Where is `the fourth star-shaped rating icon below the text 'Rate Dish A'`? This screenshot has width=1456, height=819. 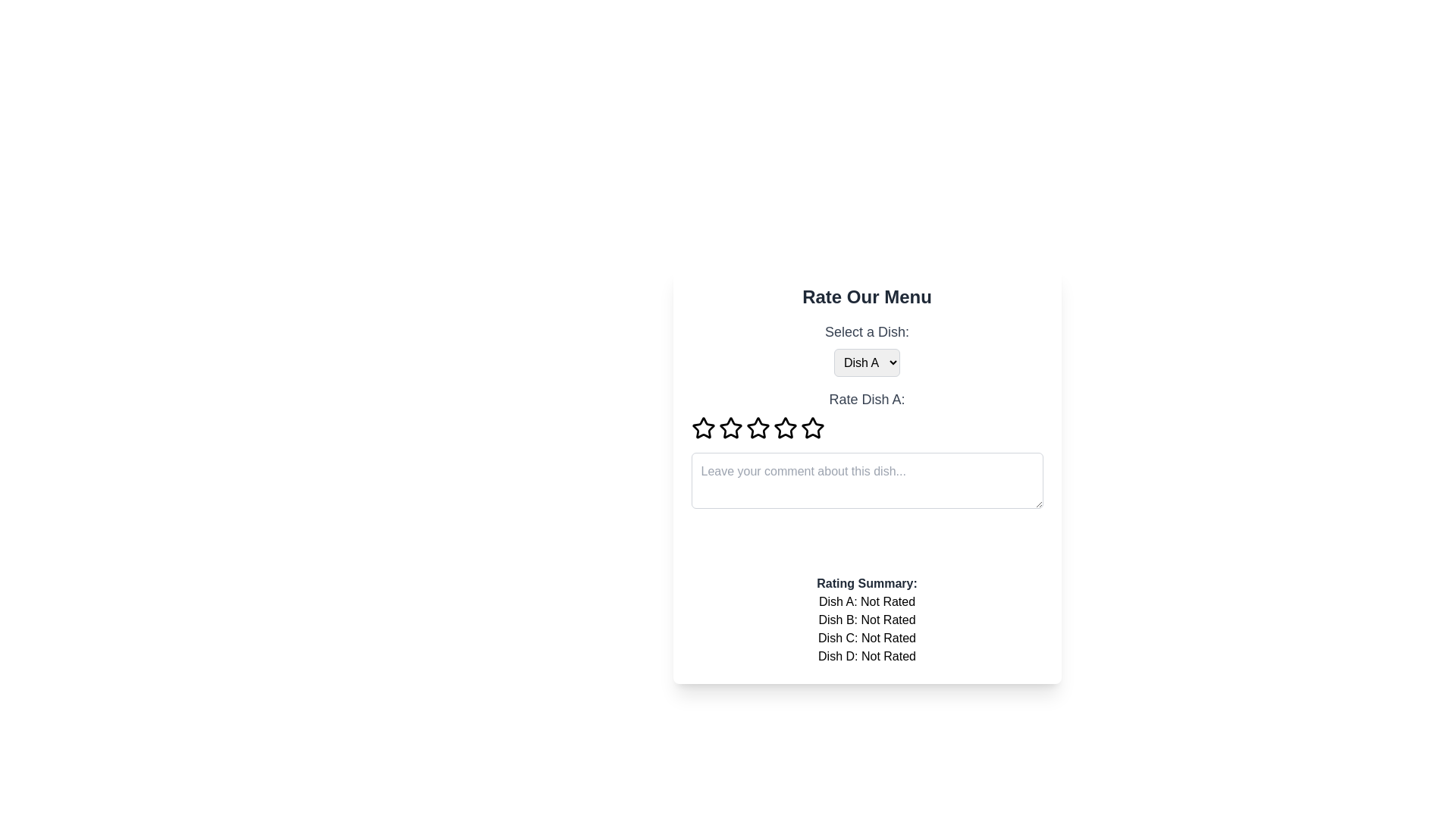
the fourth star-shaped rating icon below the text 'Rate Dish A' is located at coordinates (758, 428).